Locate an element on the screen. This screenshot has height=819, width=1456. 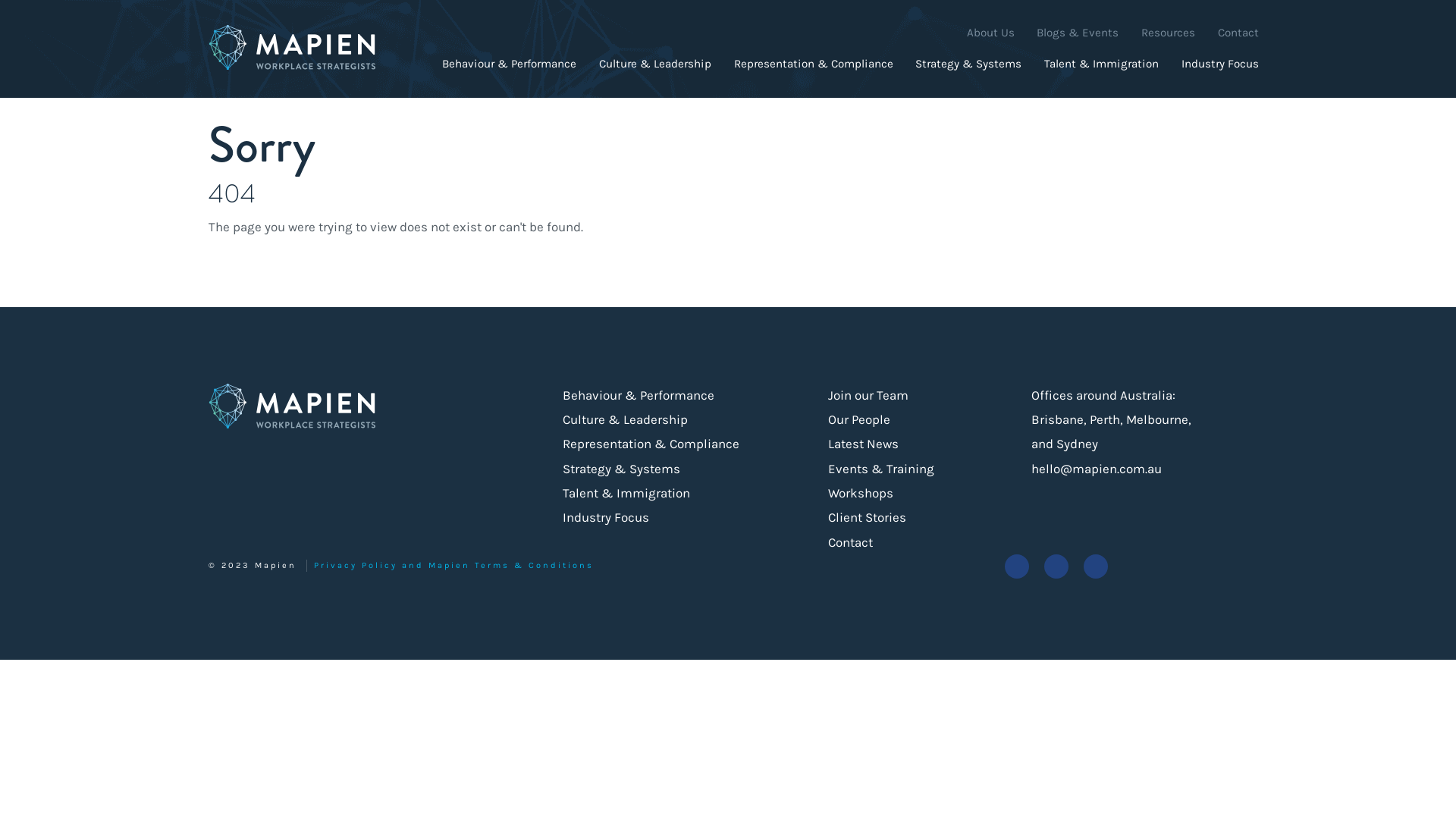
'hello@mapien.com.au' is located at coordinates (1096, 467).